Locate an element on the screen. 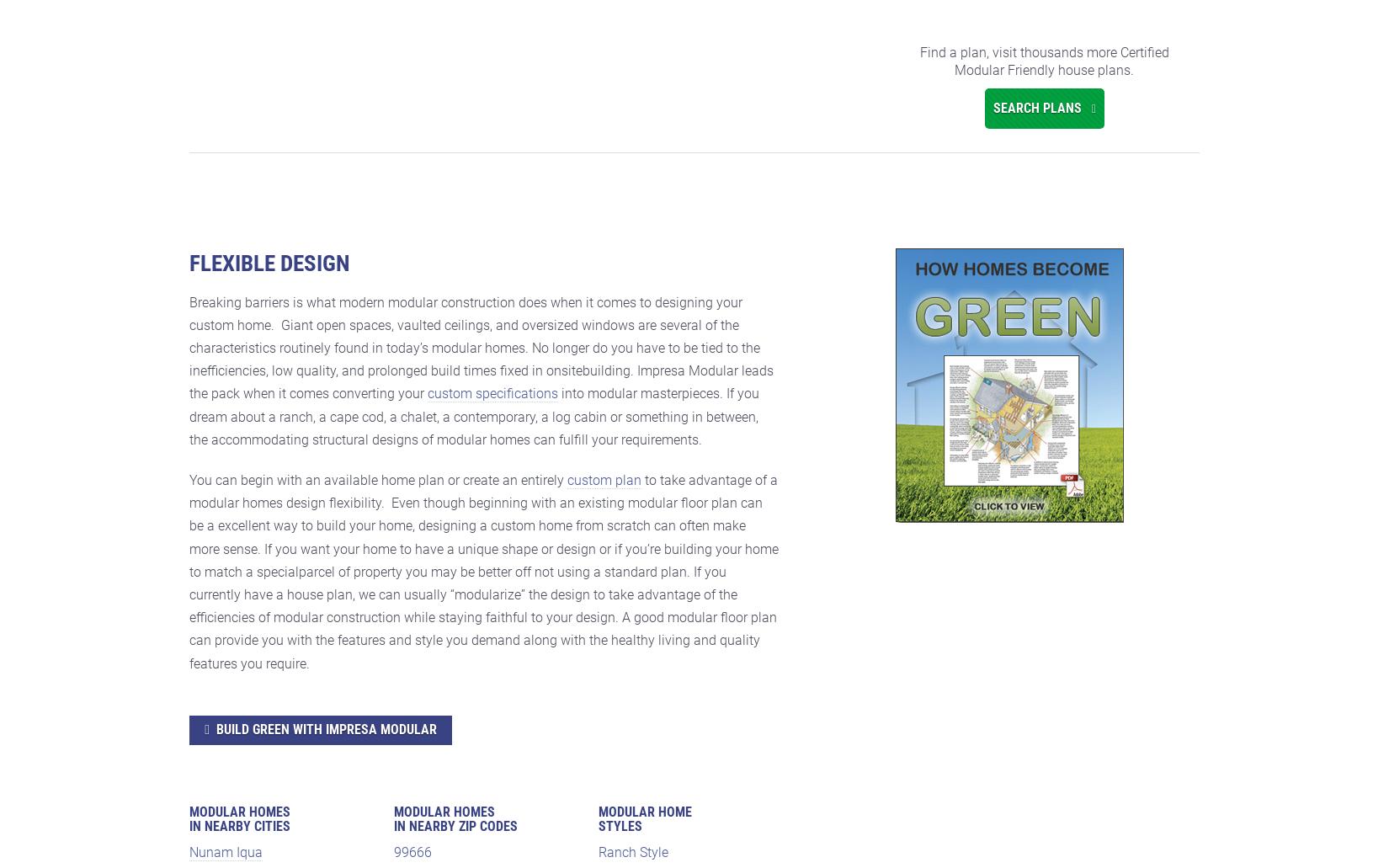  'into modular masterpieces. If you dream about a ranch, a cape cod, a chalet, a contemporary, a log cabin or something in between, the accommodating structural designs of modular homes can fulfill your requirements.' is located at coordinates (473, 416).